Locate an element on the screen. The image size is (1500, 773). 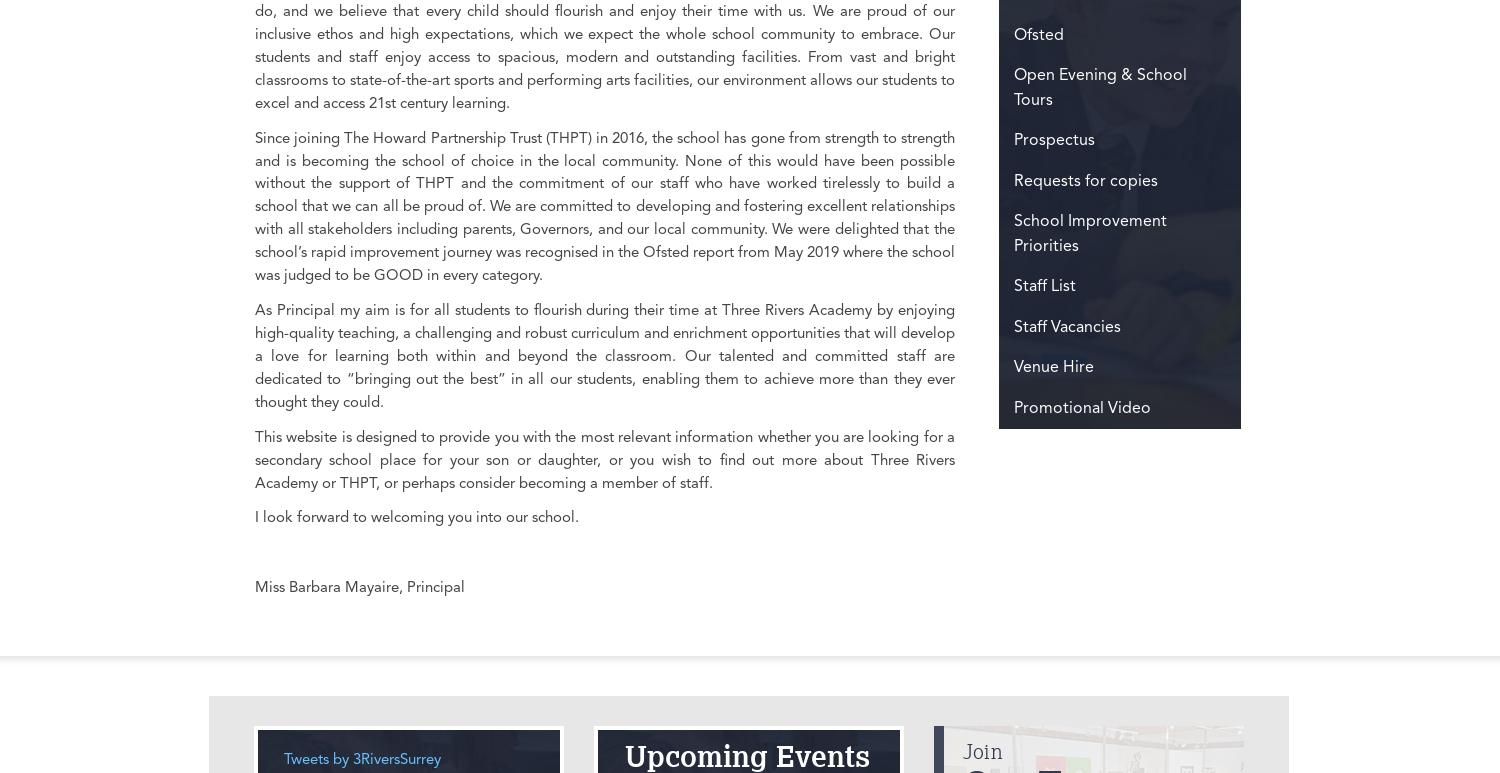
'Bell Farm Way, Hersham' is located at coordinates (255, 155).